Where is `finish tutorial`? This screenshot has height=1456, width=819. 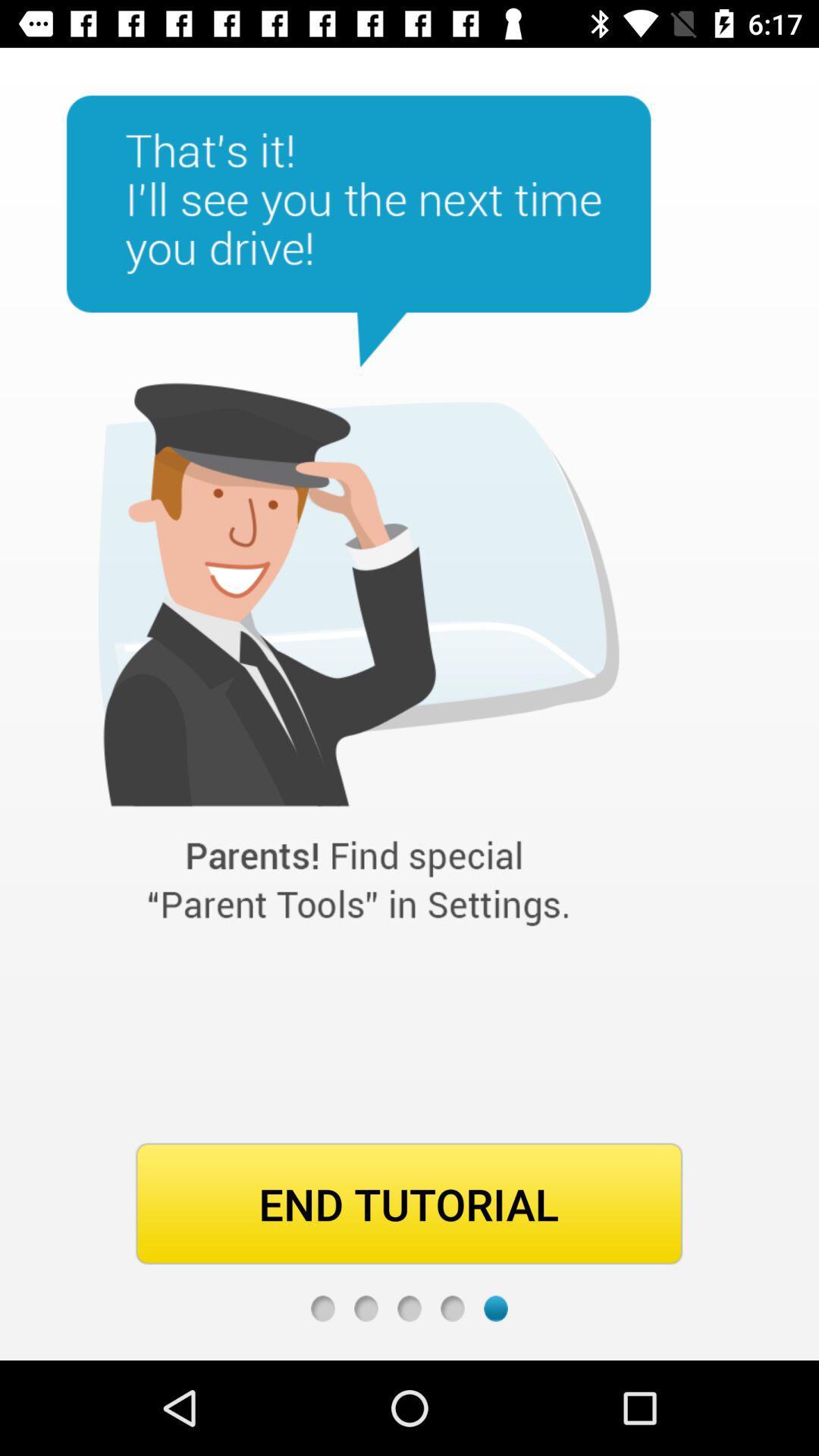 finish tutorial is located at coordinates (452, 1307).